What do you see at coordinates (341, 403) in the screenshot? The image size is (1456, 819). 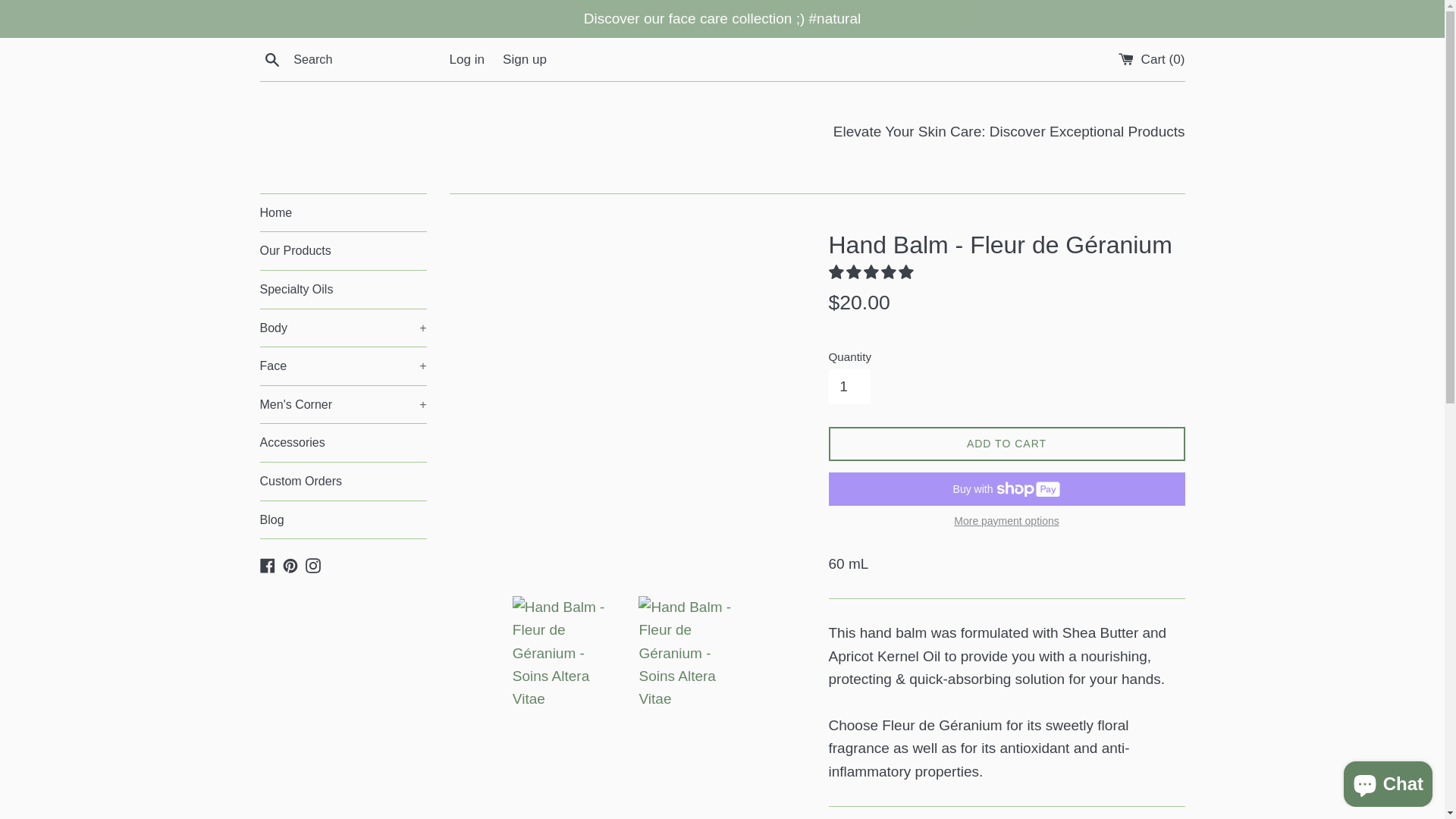 I see `'Men's Corner` at bounding box center [341, 403].